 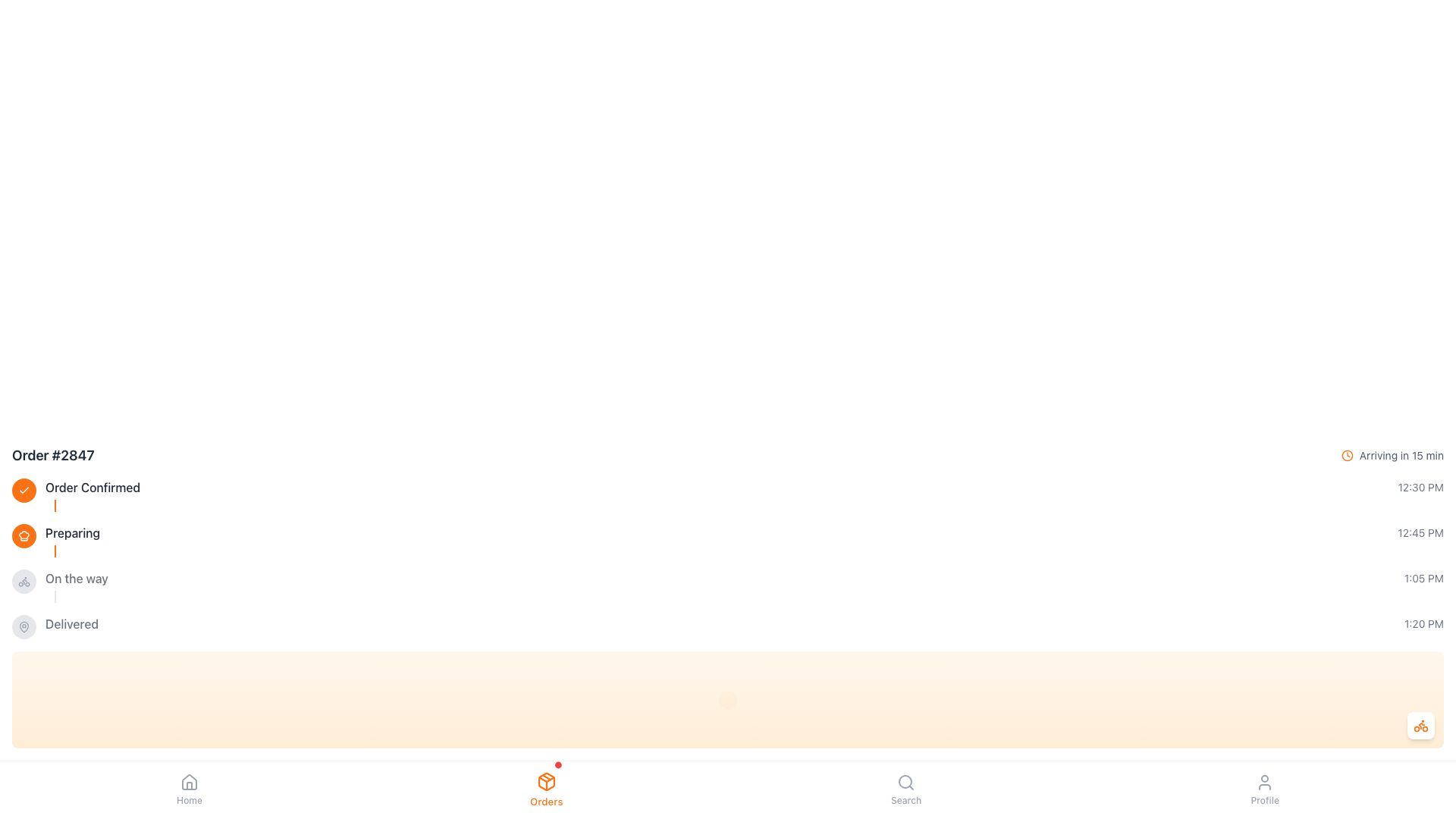 I want to click on the 'Preparing' status icon located in the second row of the status tracker, which is situated above 'On the way' and below 'Order Confirmed', so click(x=24, y=535).